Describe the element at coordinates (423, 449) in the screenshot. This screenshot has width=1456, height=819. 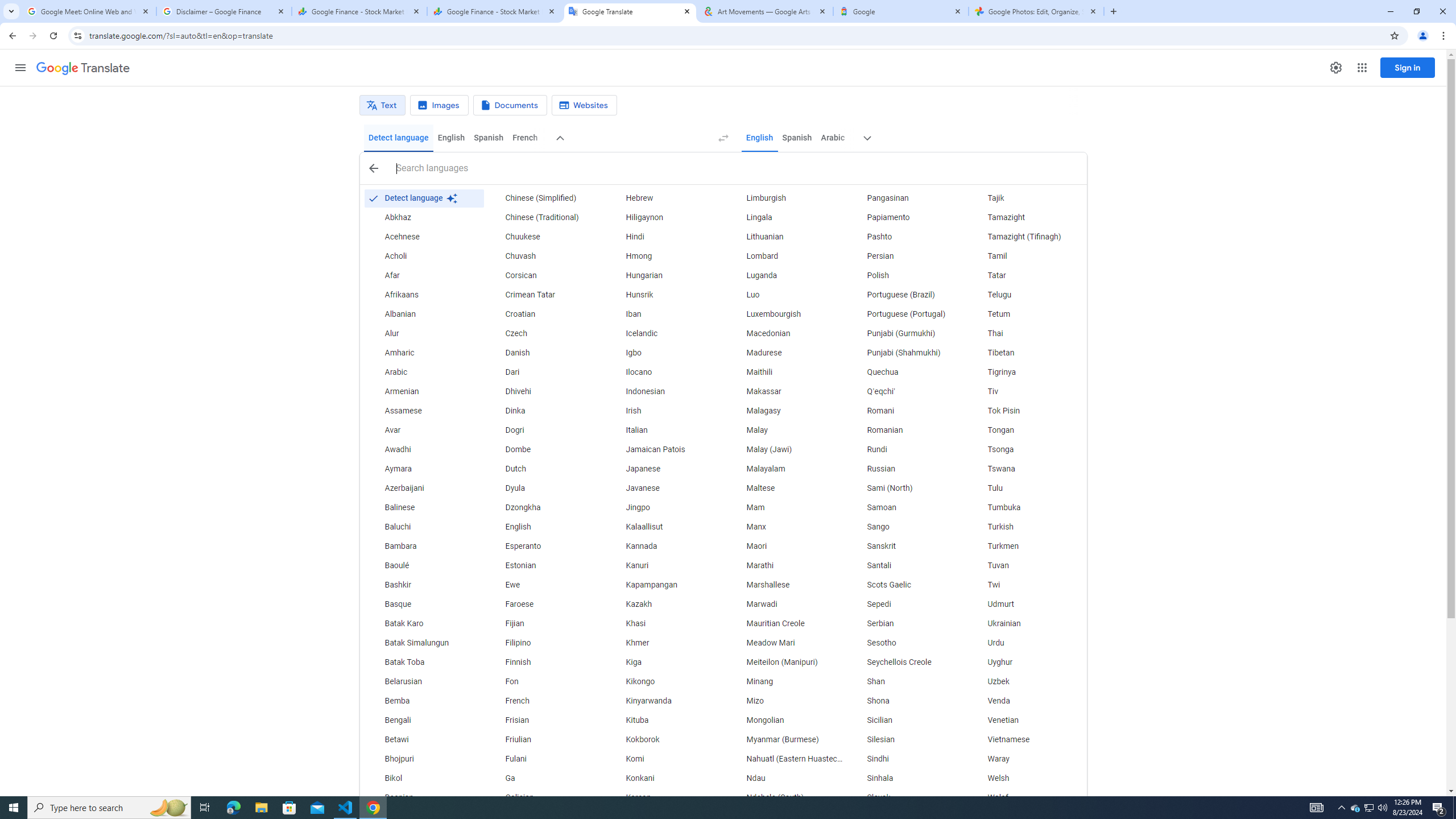
I see `'Awadhi'` at that location.